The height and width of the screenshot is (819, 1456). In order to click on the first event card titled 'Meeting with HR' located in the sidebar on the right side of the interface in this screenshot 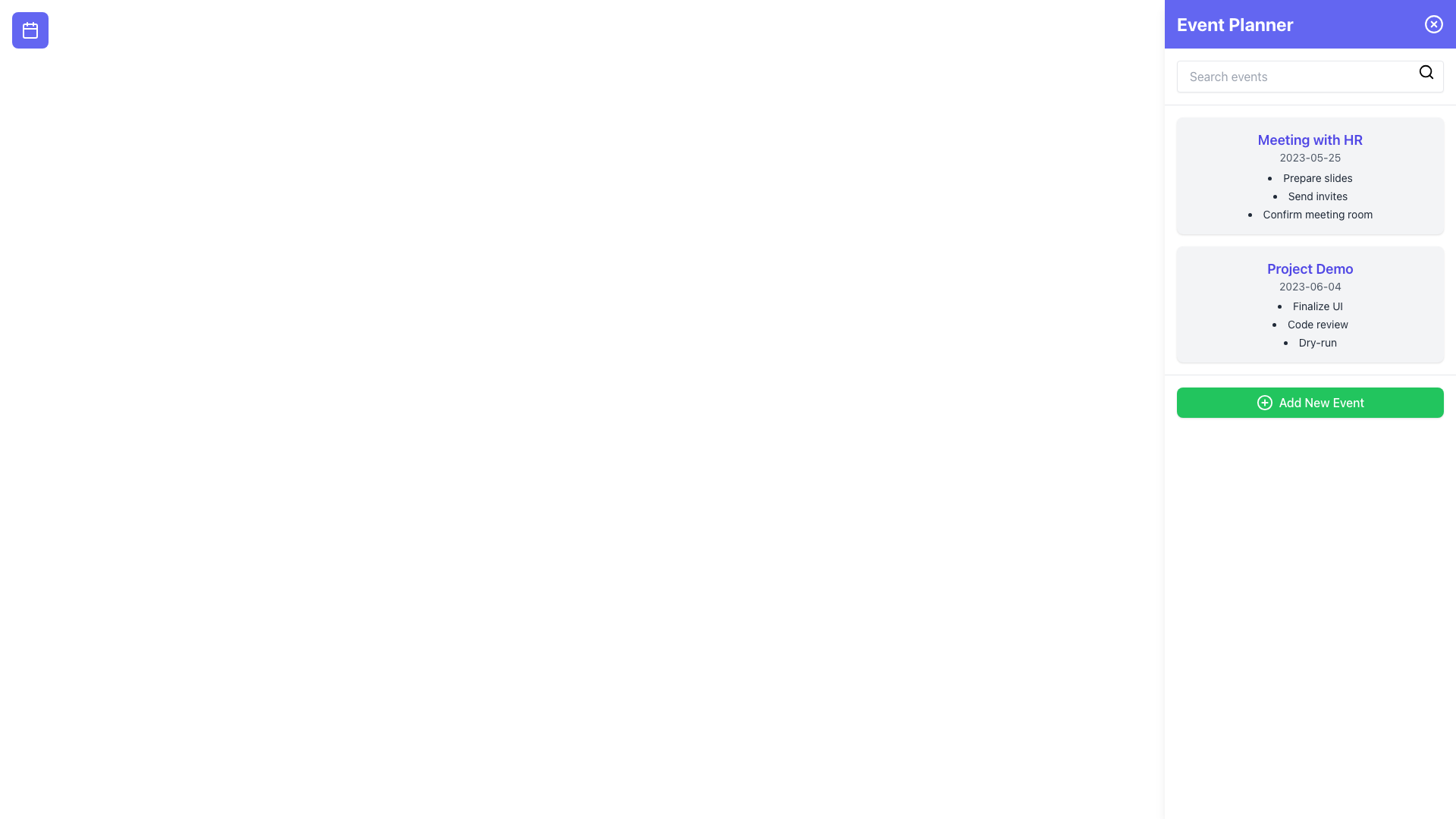, I will do `click(1310, 174)`.